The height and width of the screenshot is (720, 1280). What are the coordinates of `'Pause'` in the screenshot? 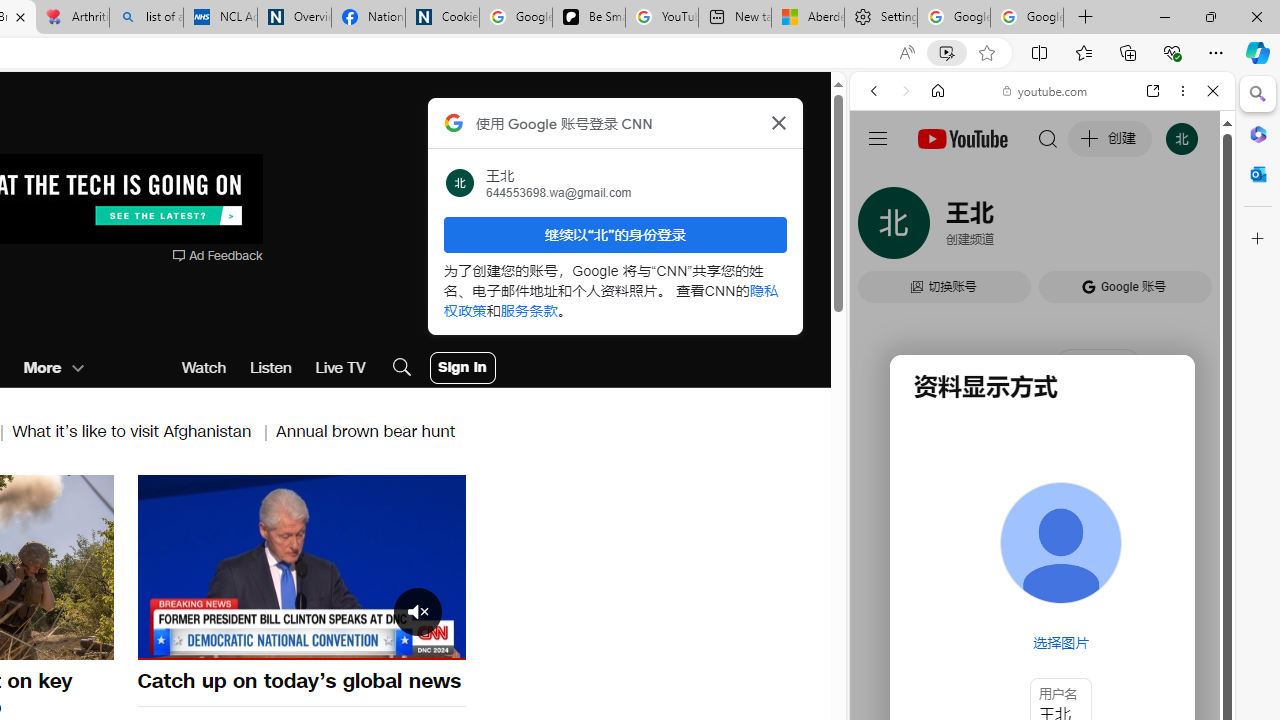 It's located at (300, 565).